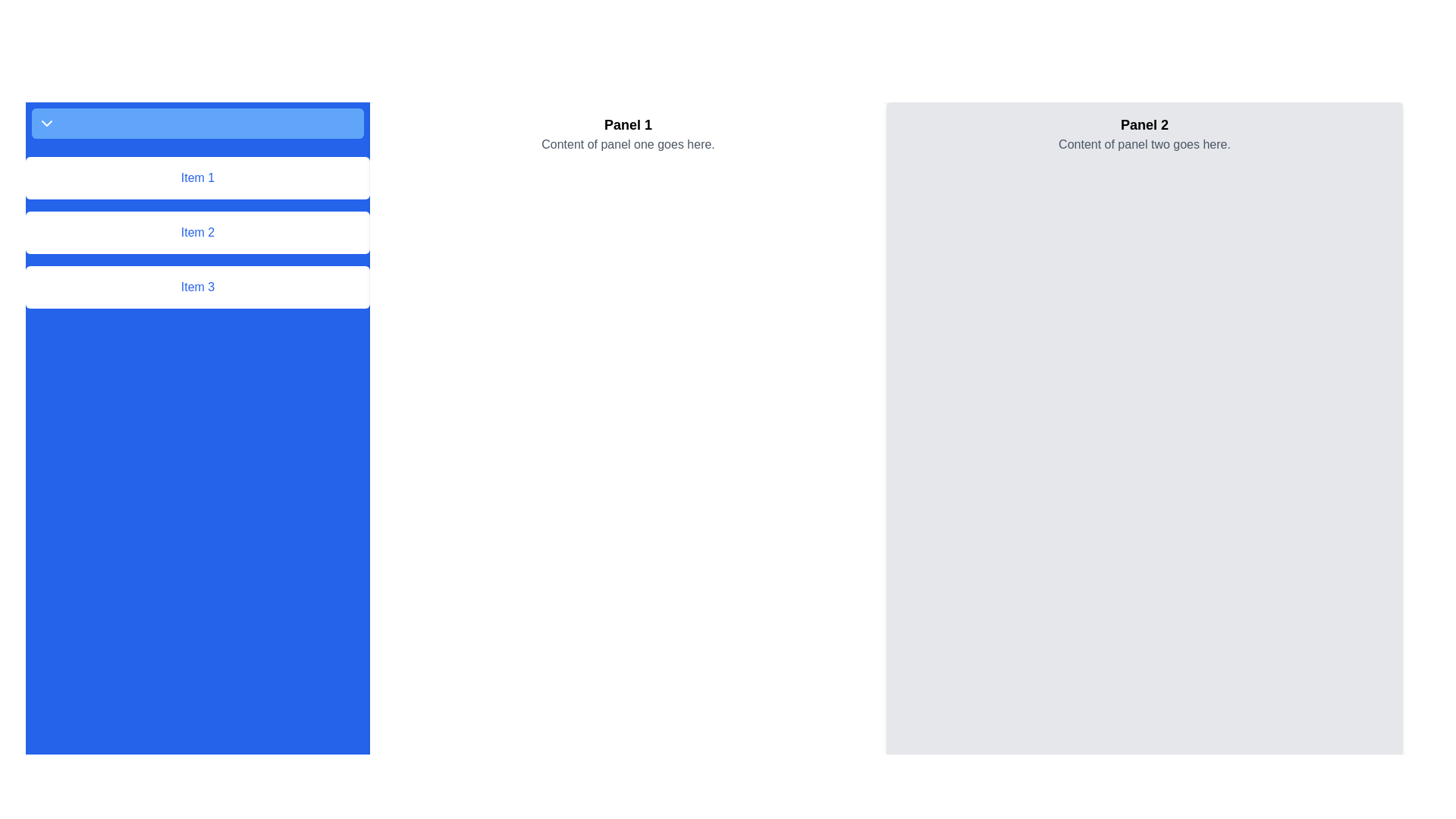 This screenshot has width=1456, height=819. Describe the element at coordinates (196, 233) in the screenshot. I see `the second item labeled 'Item 2' in the vertical stack of items` at that location.